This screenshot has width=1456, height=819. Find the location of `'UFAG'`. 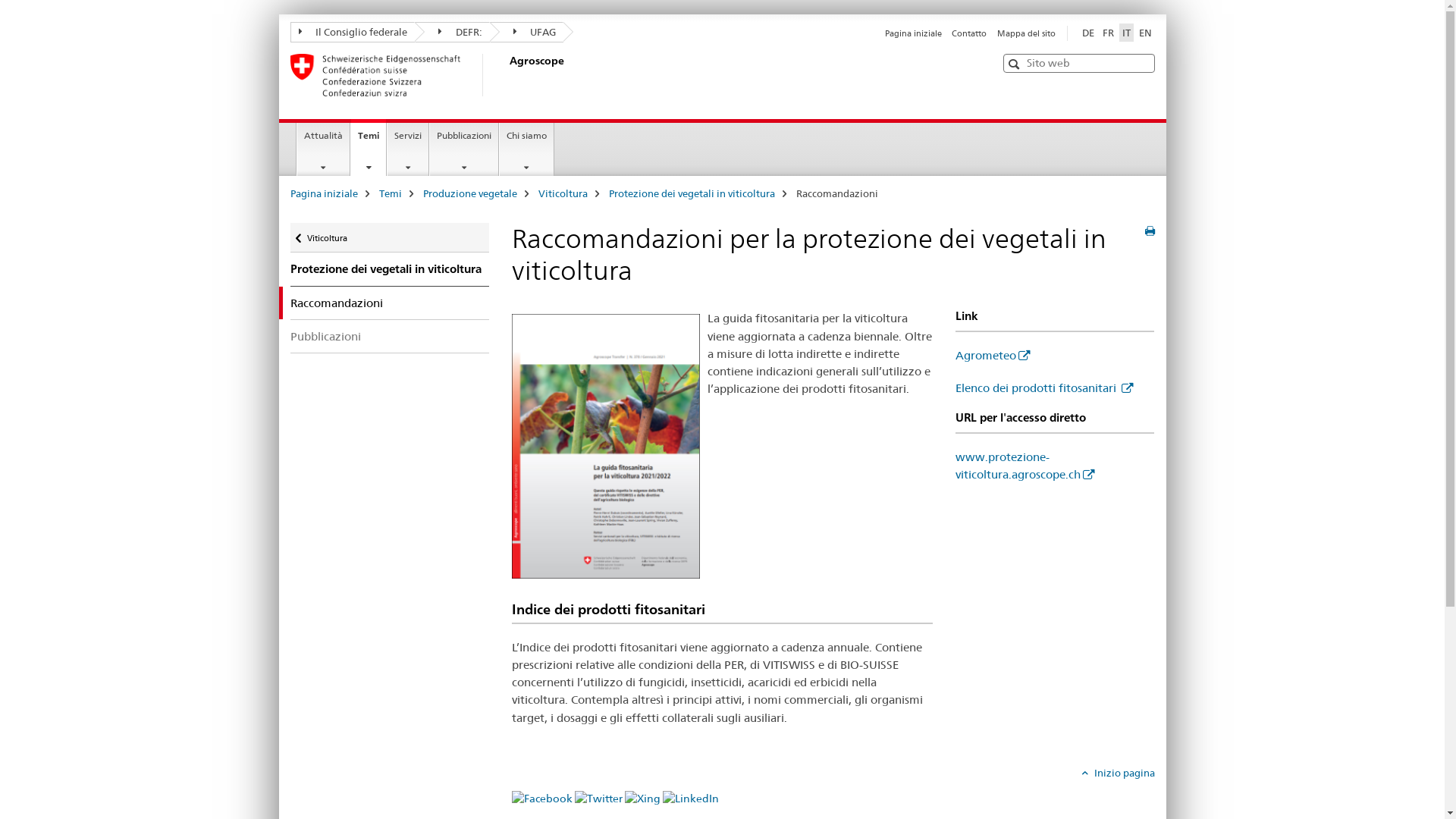

'UFAG' is located at coordinates (527, 32).